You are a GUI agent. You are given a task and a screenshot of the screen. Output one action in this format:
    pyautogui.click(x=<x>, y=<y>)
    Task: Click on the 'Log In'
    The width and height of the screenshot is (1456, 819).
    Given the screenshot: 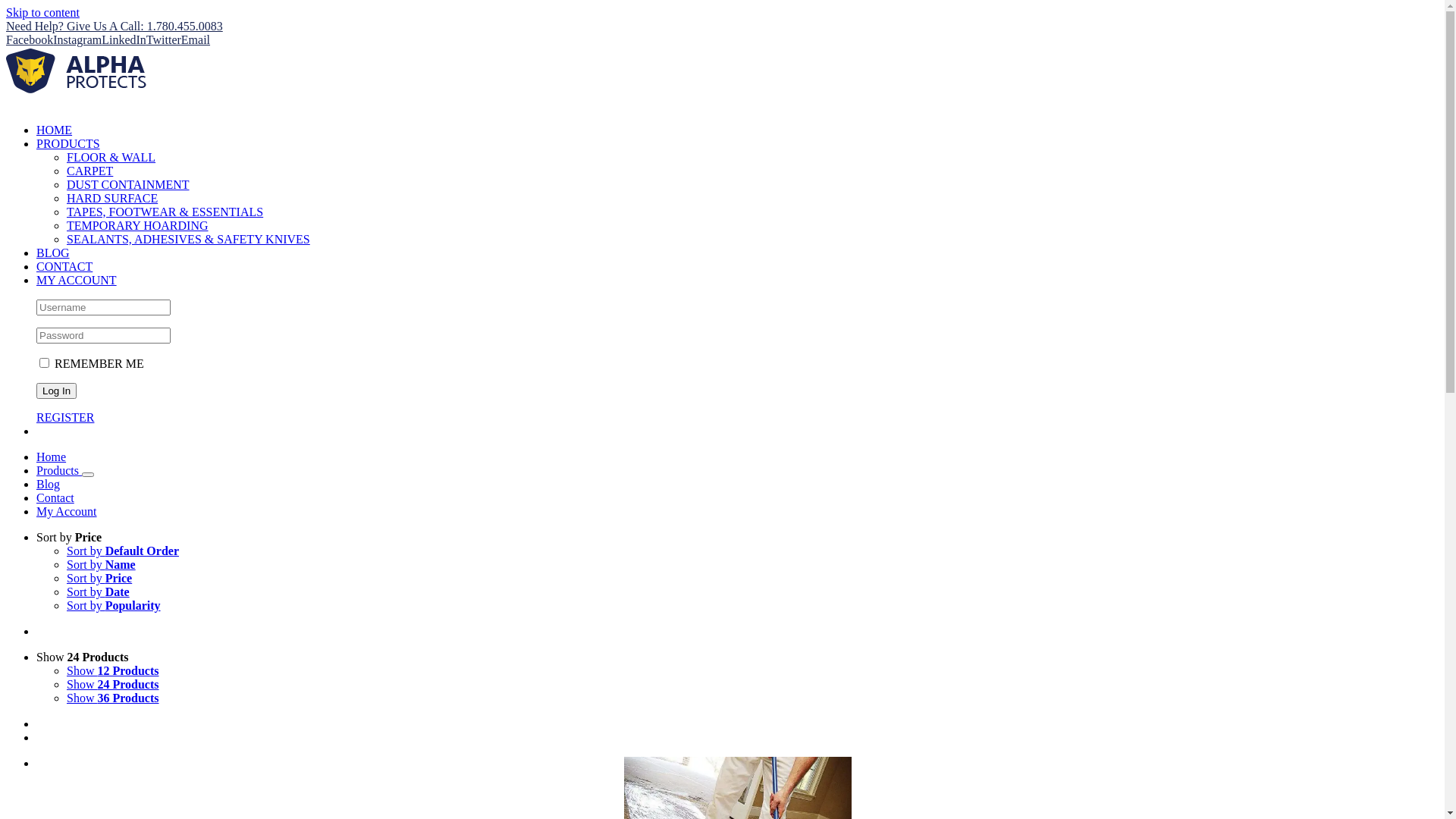 What is the action you would take?
    pyautogui.click(x=56, y=390)
    